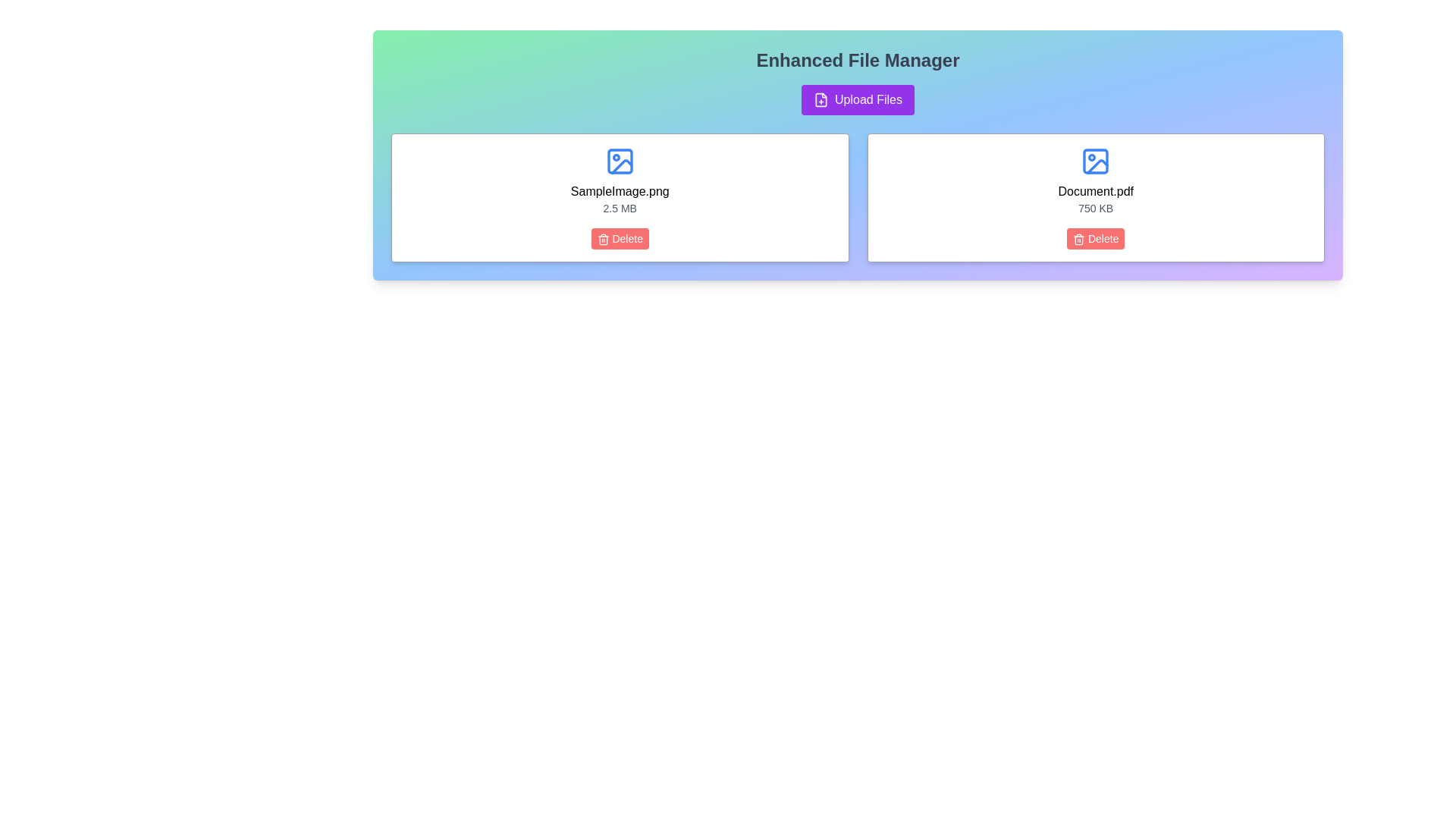 The height and width of the screenshot is (819, 1456). I want to click on the delete button located at the lower section of the card for 'Document.pdf', so click(1096, 239).